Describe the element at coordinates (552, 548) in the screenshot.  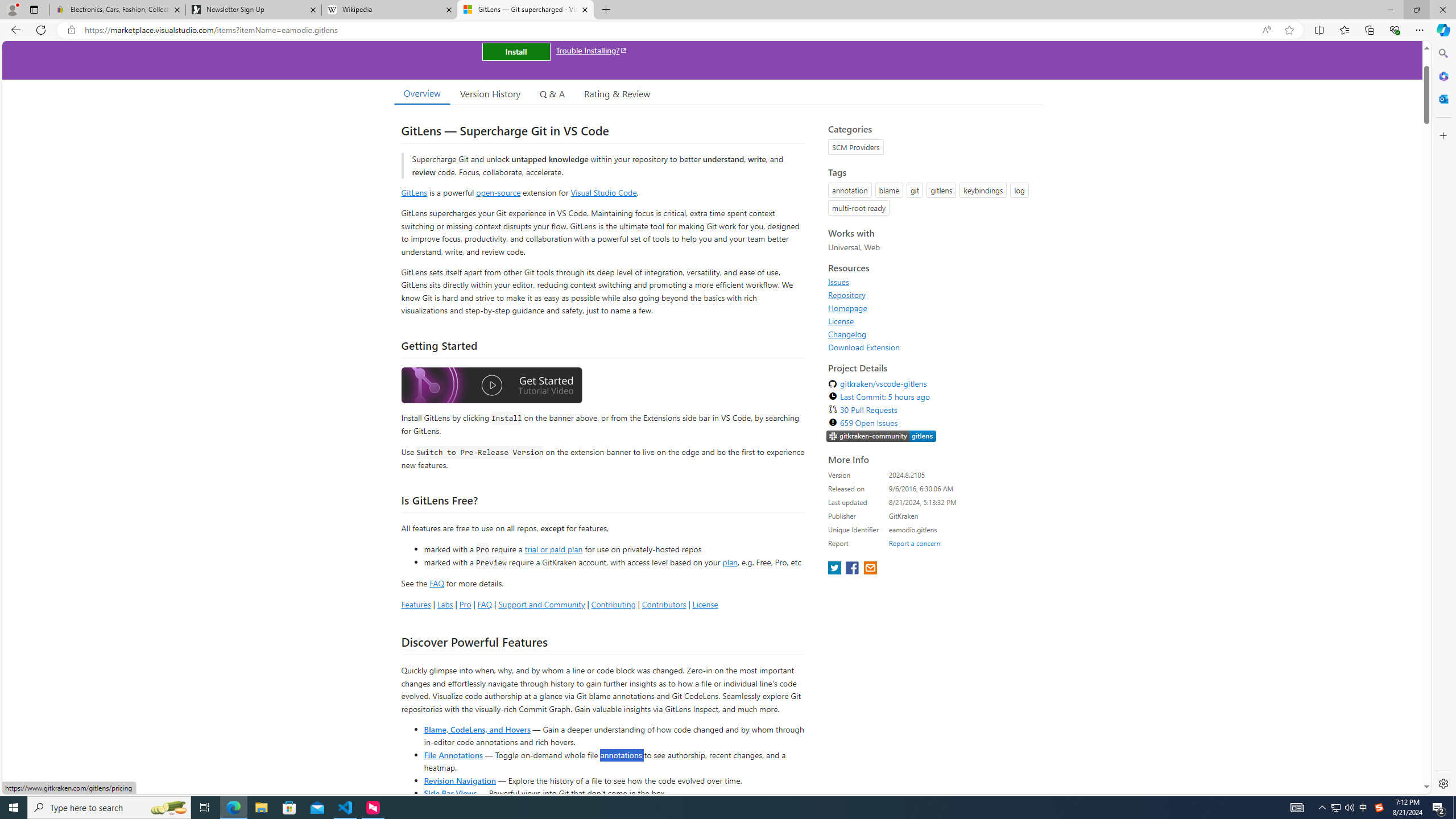
I see `'trial or paid plan'` at that location.